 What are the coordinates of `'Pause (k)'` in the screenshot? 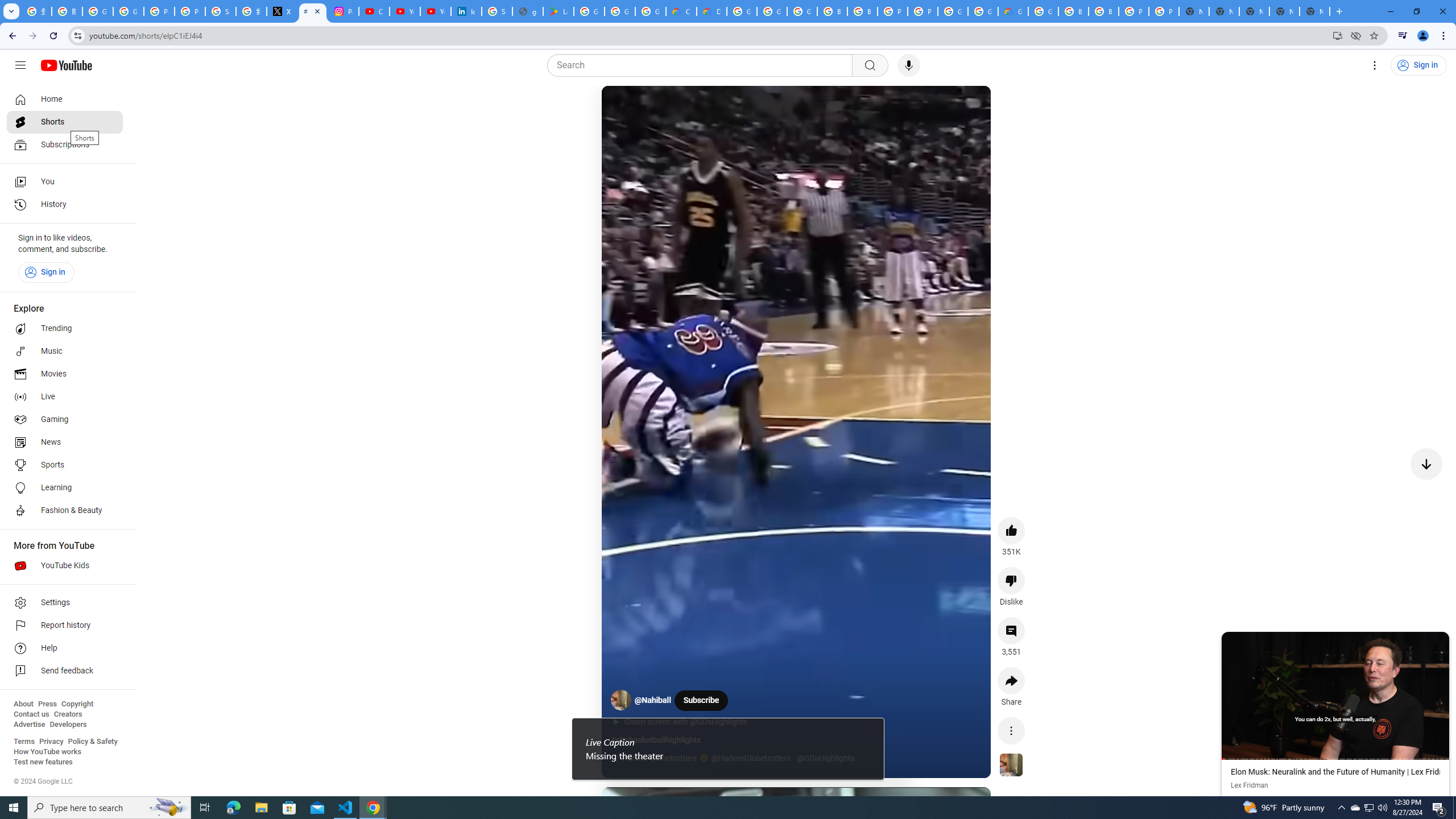 It's located at (623, 107).